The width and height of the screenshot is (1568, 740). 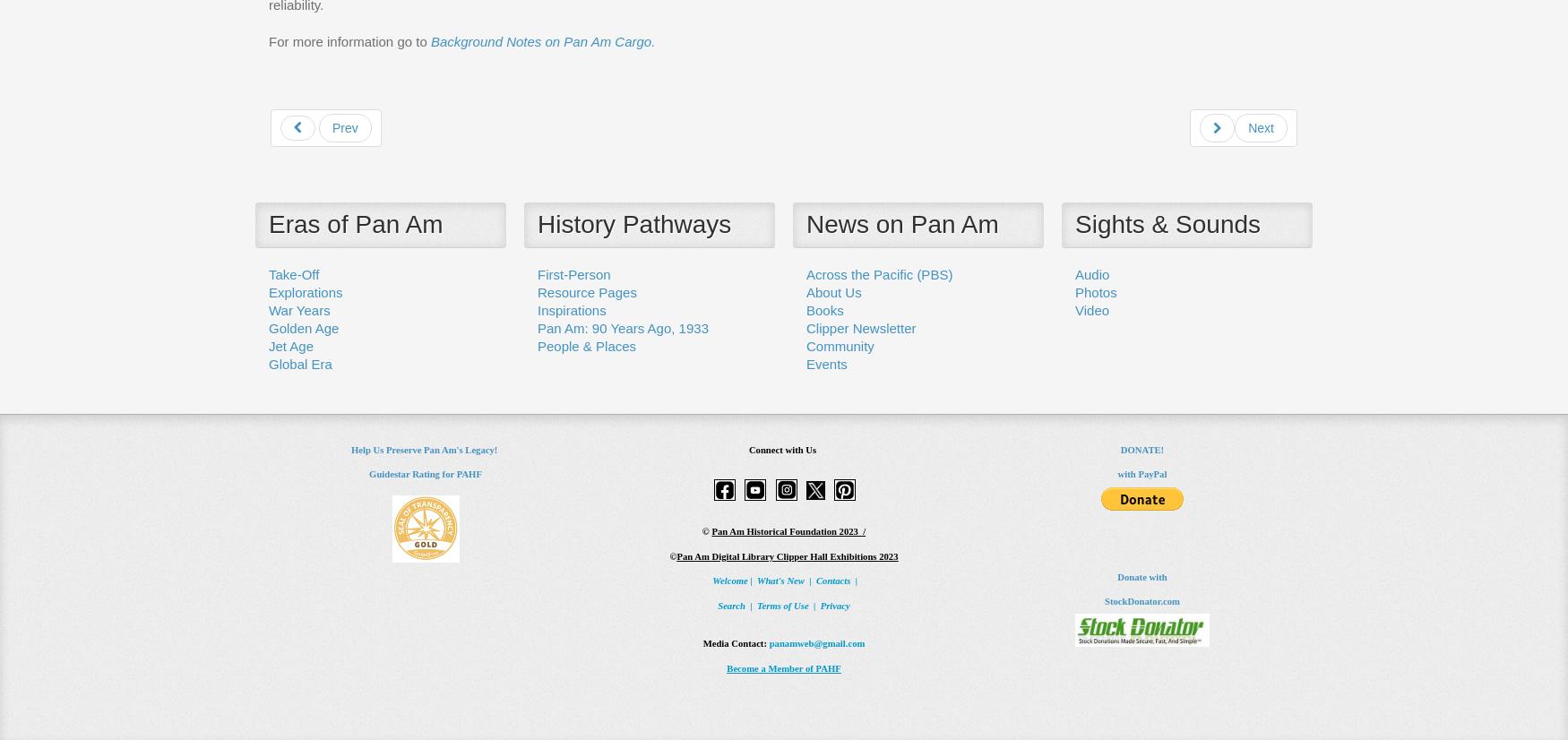 What do you see at coordinates (623, 327) in the screenshot?
I see `'Pan Am: 90 Years Ago, 1933'` at bounding box center [623, 327].